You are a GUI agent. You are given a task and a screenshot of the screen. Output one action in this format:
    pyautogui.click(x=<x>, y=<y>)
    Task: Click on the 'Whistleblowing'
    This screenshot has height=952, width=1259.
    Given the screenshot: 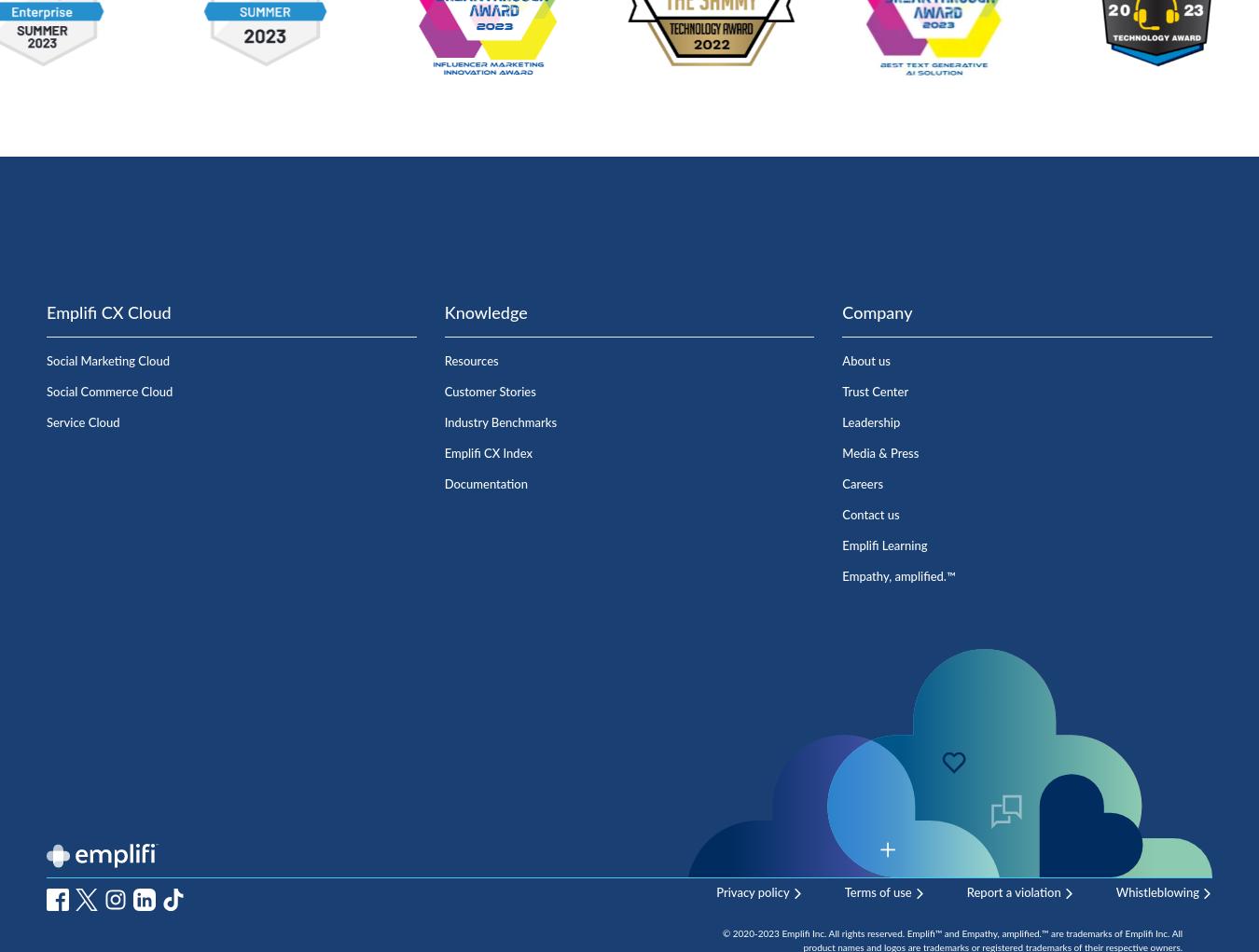 What is the action you would take?
    pyautogui.click(x=1157, y=891)
    